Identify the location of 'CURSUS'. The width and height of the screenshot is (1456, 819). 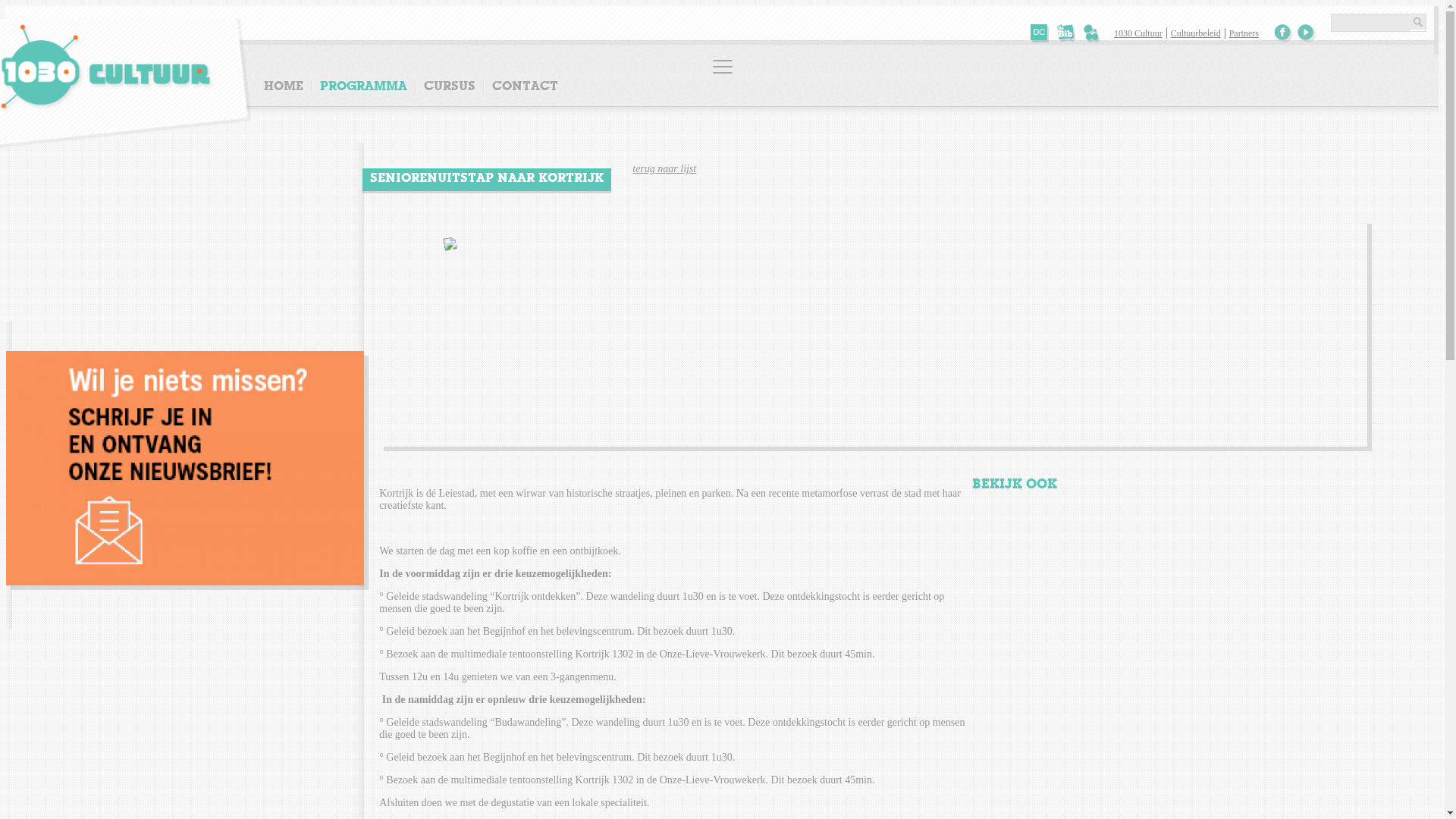
(449, 86).